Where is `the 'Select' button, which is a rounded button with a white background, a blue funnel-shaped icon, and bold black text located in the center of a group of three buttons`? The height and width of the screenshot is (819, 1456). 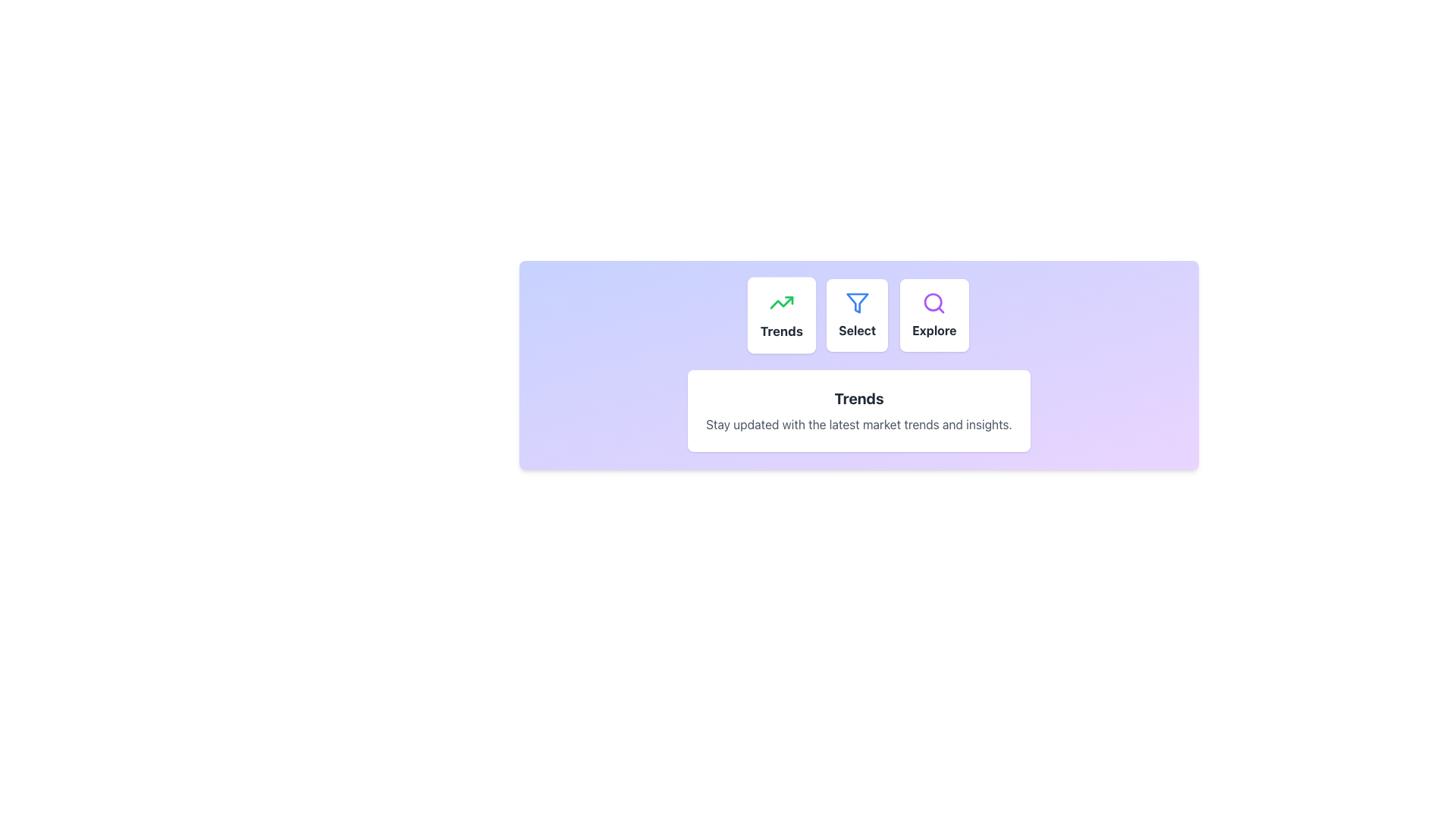 the 'Select' button, which is a rounded button with a white background, a blue funnel-shaped icon, and bold black text located in the center of a group of three buttons is located at coordinates (857, 315).